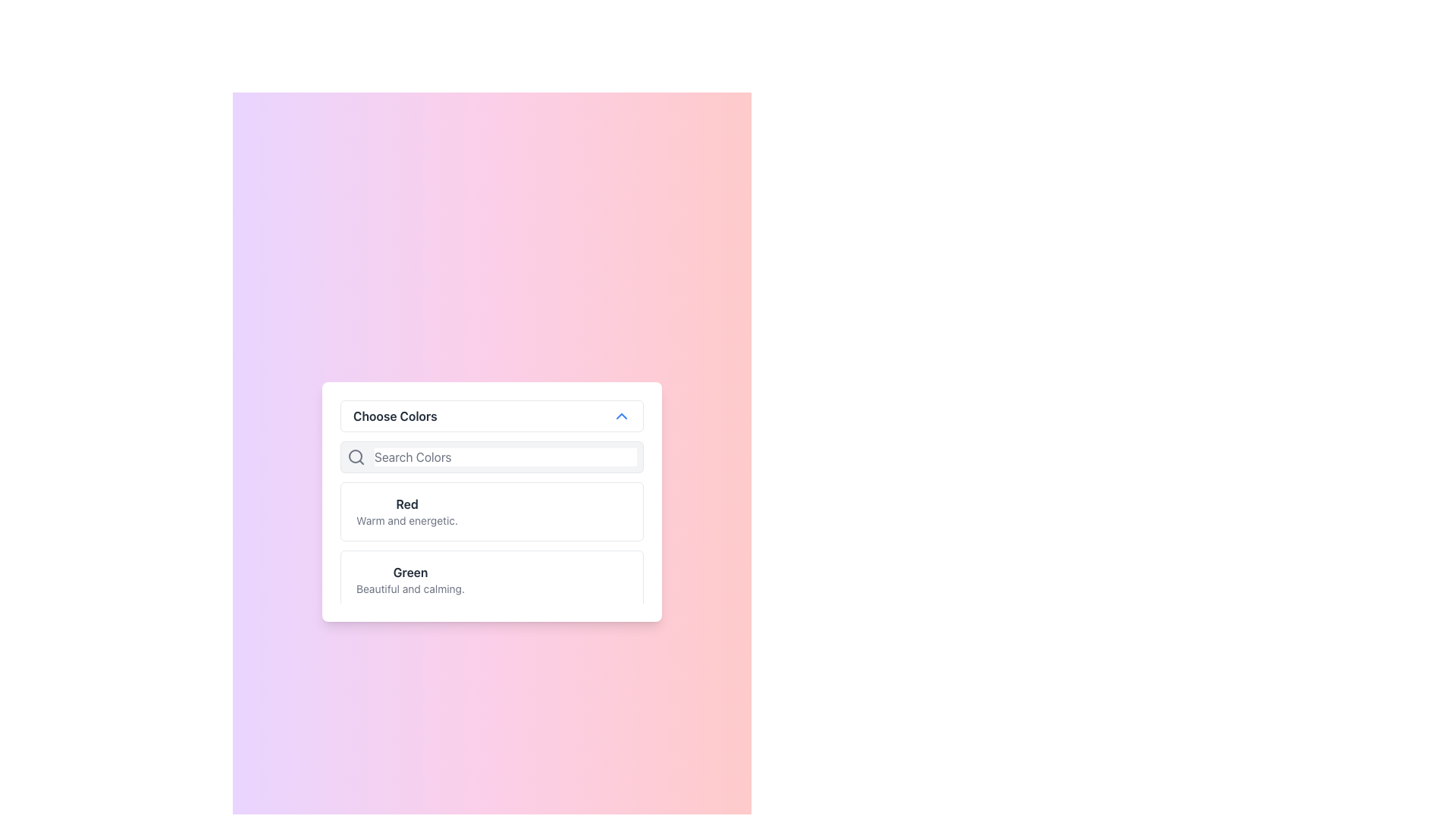 The width and height of the screenshot is (1456, 819). I want to click on the color choice text label located within the 'Choose Colors' dropdown menu, positioned above the description 'Warm and energetic.', so click(407, 504).